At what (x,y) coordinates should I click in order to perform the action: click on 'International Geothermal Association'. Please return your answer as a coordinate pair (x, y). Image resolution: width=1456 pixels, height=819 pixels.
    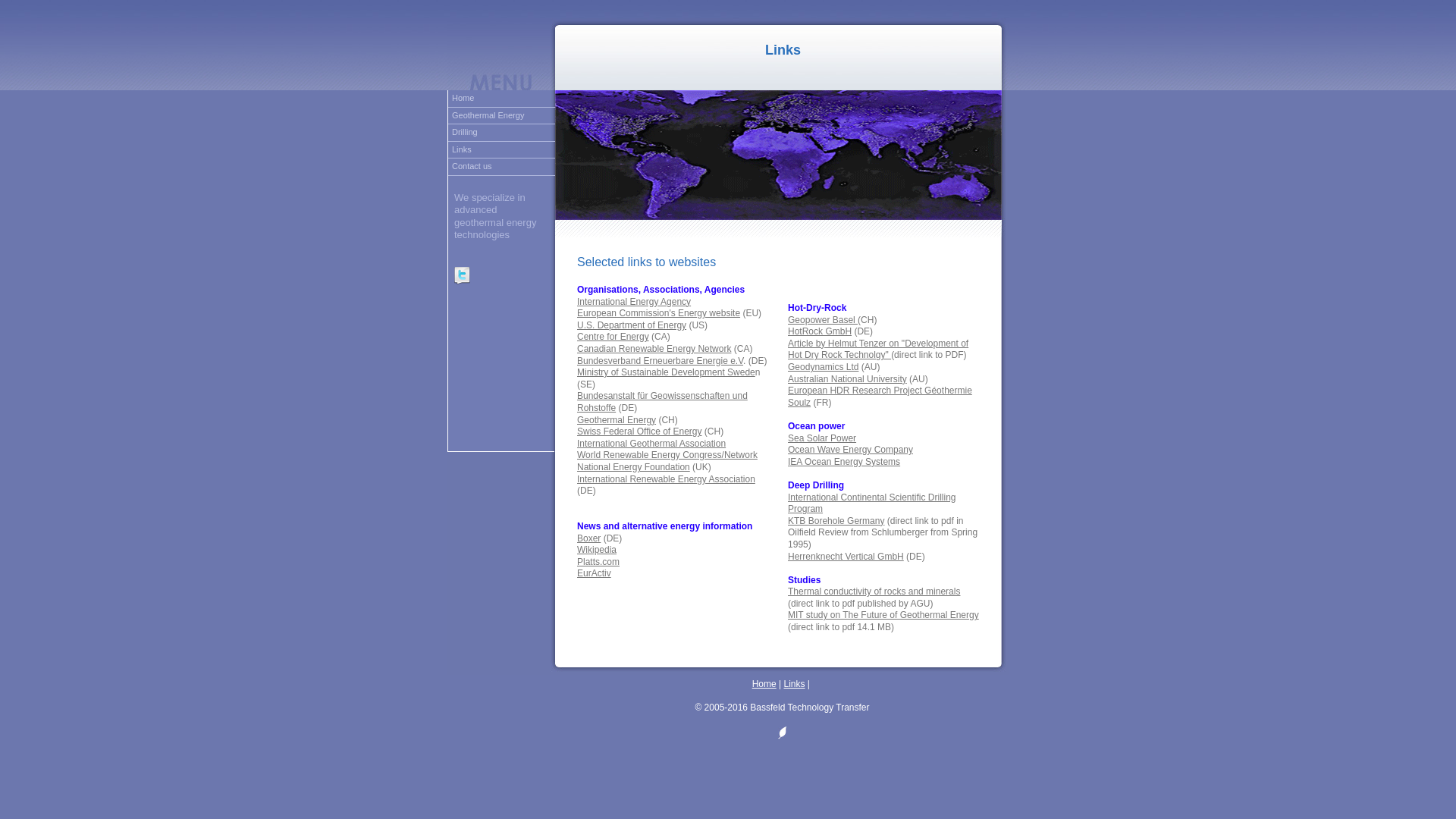
    Looking at the image, I should click on (651, 444).